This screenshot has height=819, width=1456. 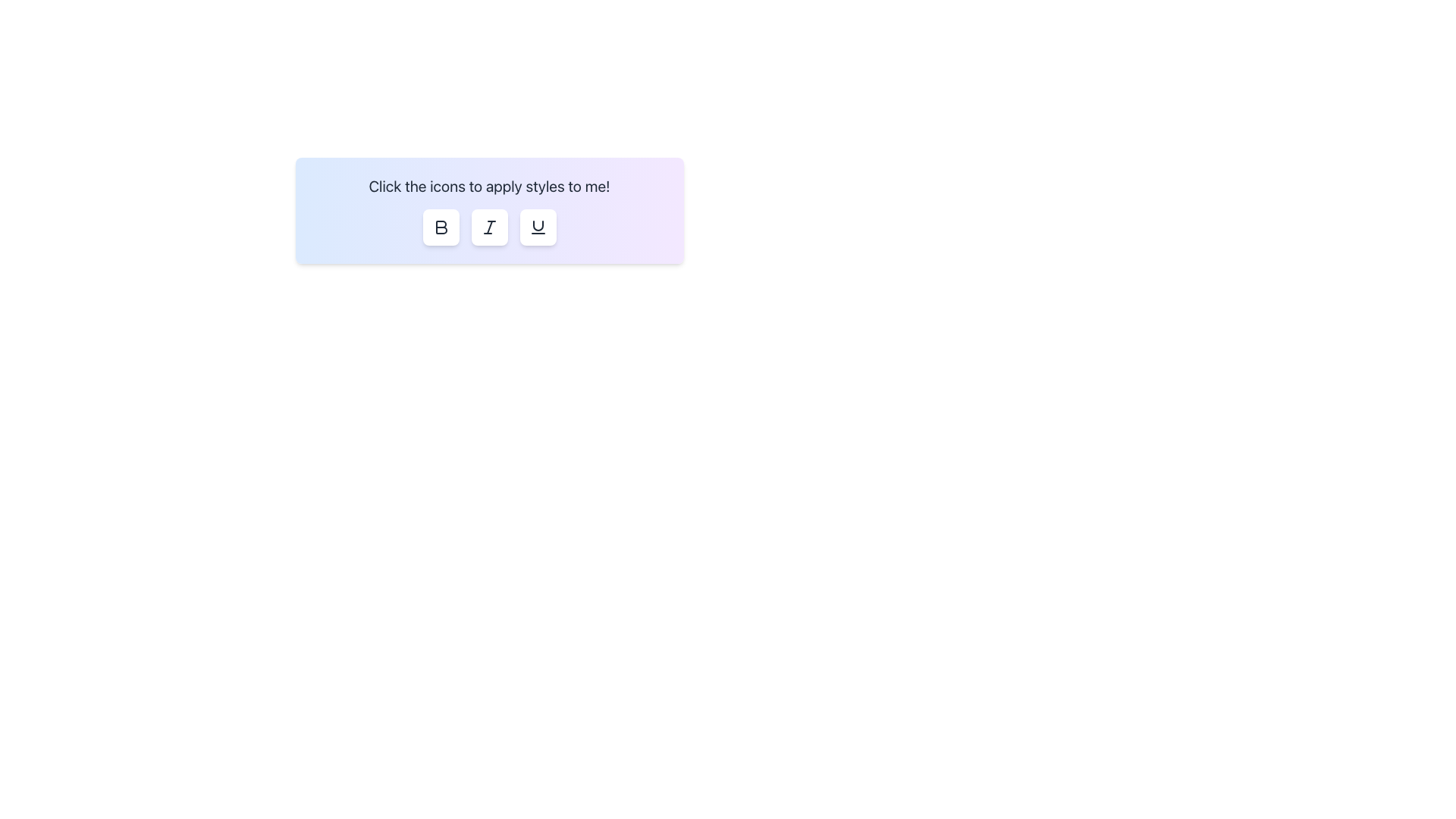 I want to click on the second icon button, so click(x=489, y=227).